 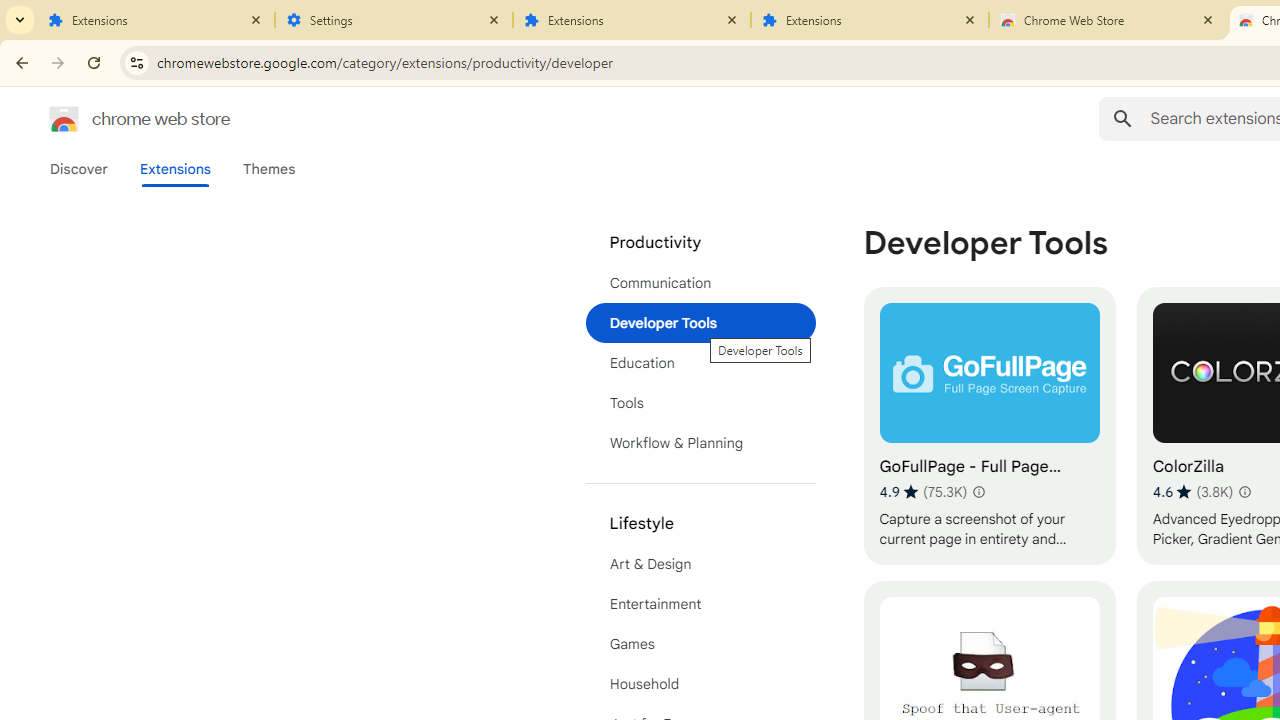 What do you see at coordinates (394, 20) in the screenshot?
I see `'Settings'` at bounding box center [394, 20].